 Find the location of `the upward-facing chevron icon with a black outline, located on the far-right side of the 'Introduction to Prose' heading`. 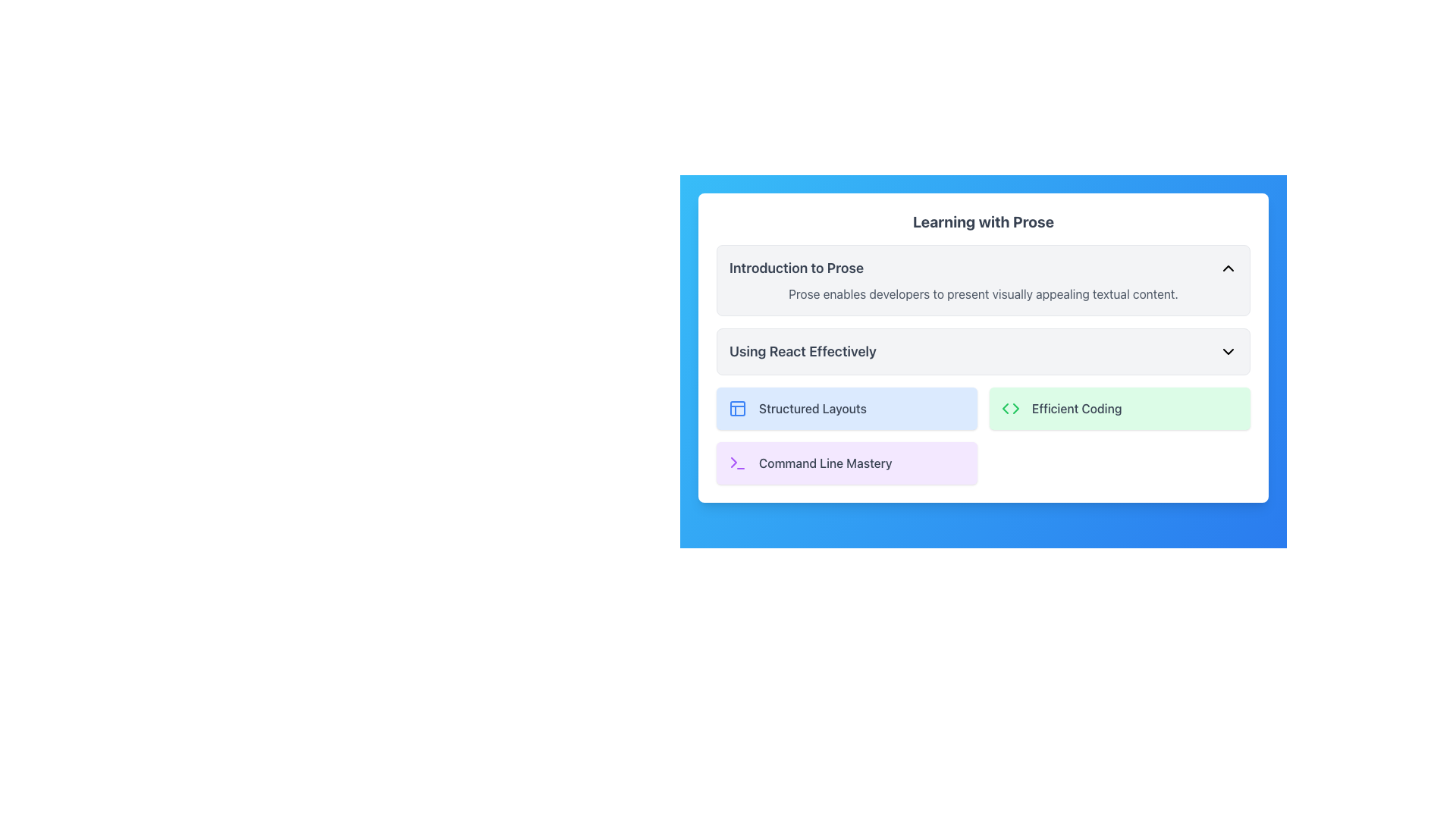

the upward-facing chevron icon with a black outline, located on the far-right side of the 'Introduction to Prose' heading is located at coordinates (1228, 268).